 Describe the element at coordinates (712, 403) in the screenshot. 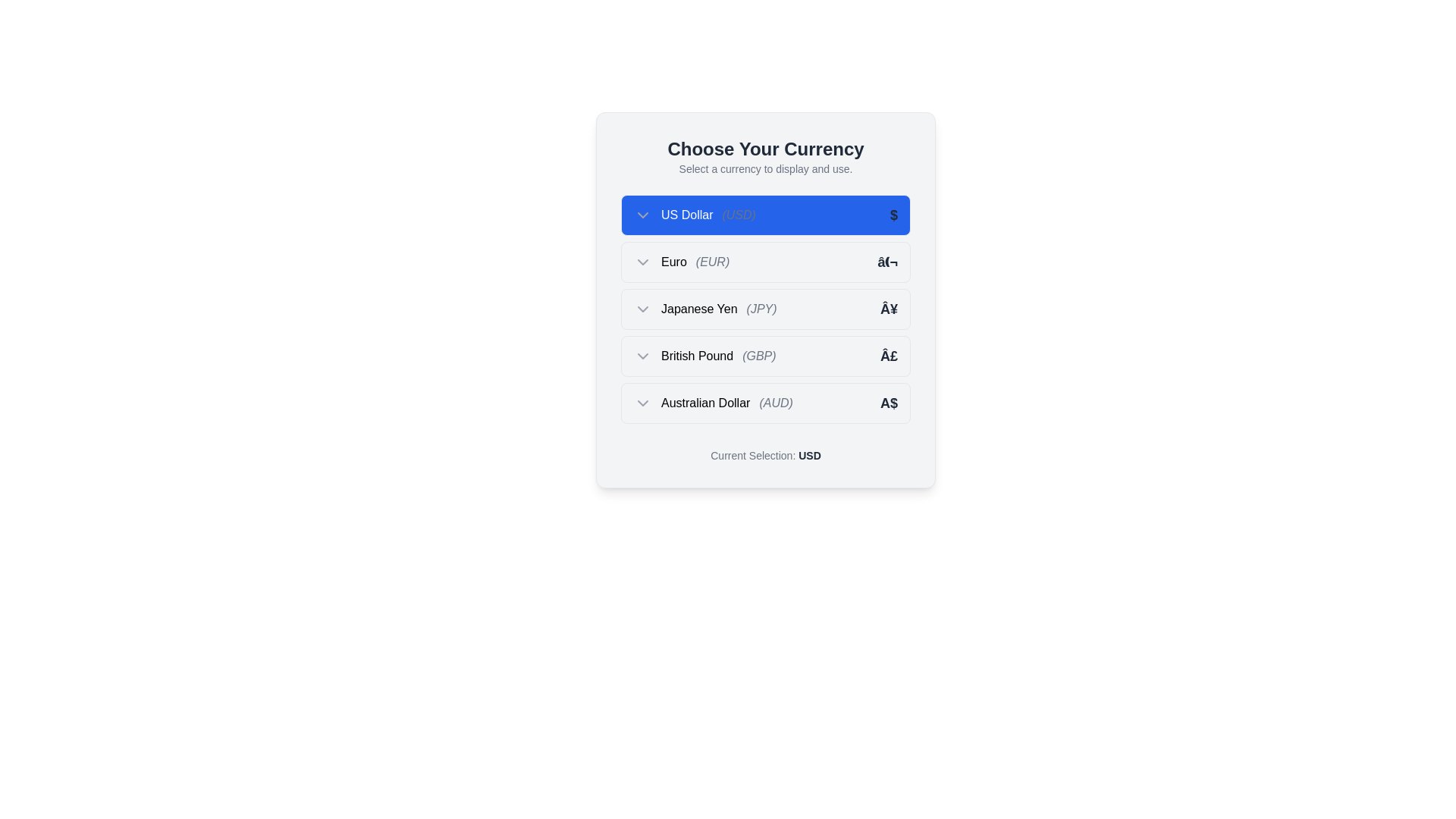

I see `the 'Australian Dollar (AUD)' text label with a chevron-down icon` at that location.